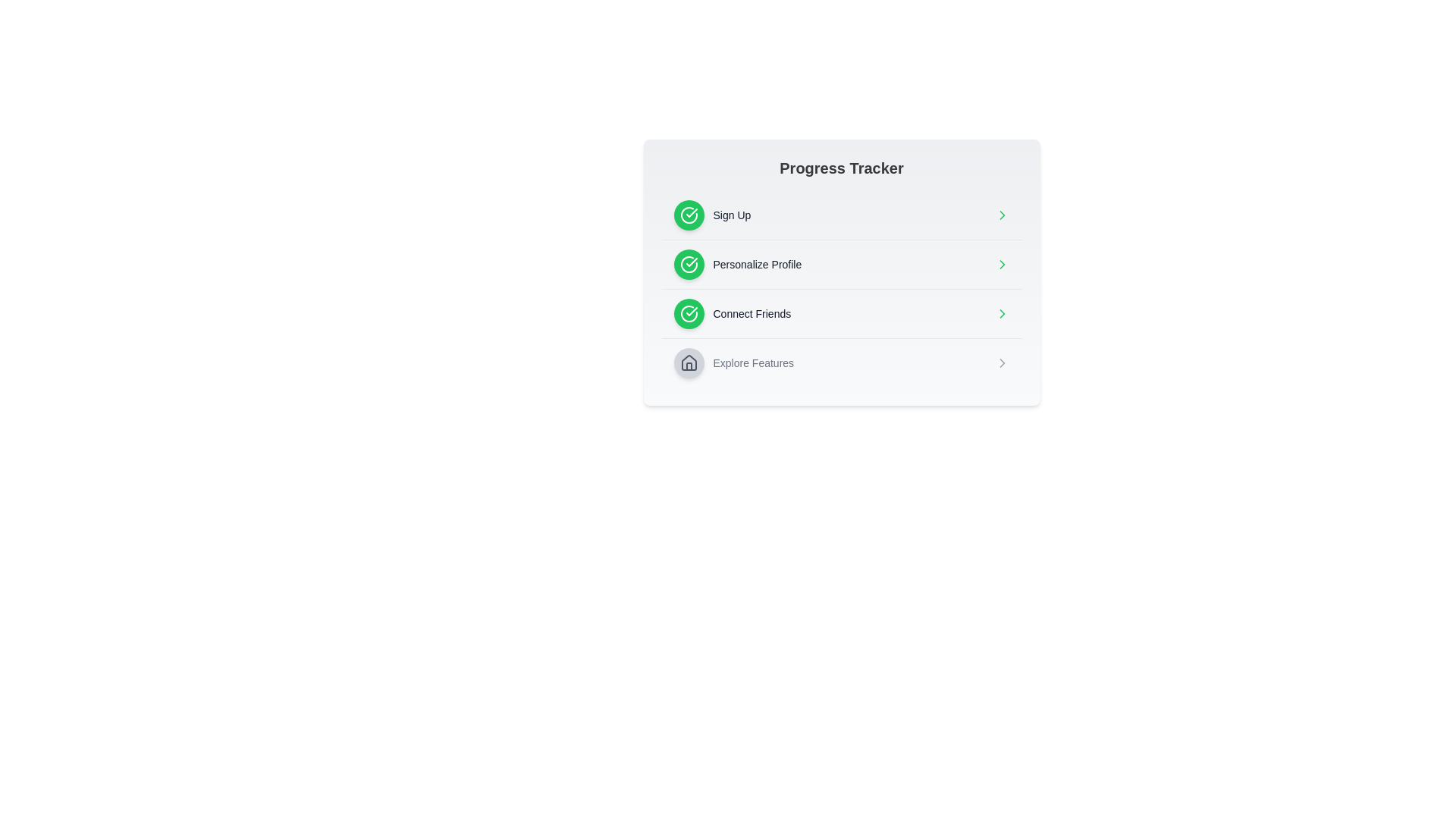 The height and width of the screenshot is (819, 1456). What do you see at coordinates (691, 213) in the screenshot?
I see `the status indicator icon that shows the completion of the 'Personalize Profile' step in the progress tracker` at bounding box center [691, 213].